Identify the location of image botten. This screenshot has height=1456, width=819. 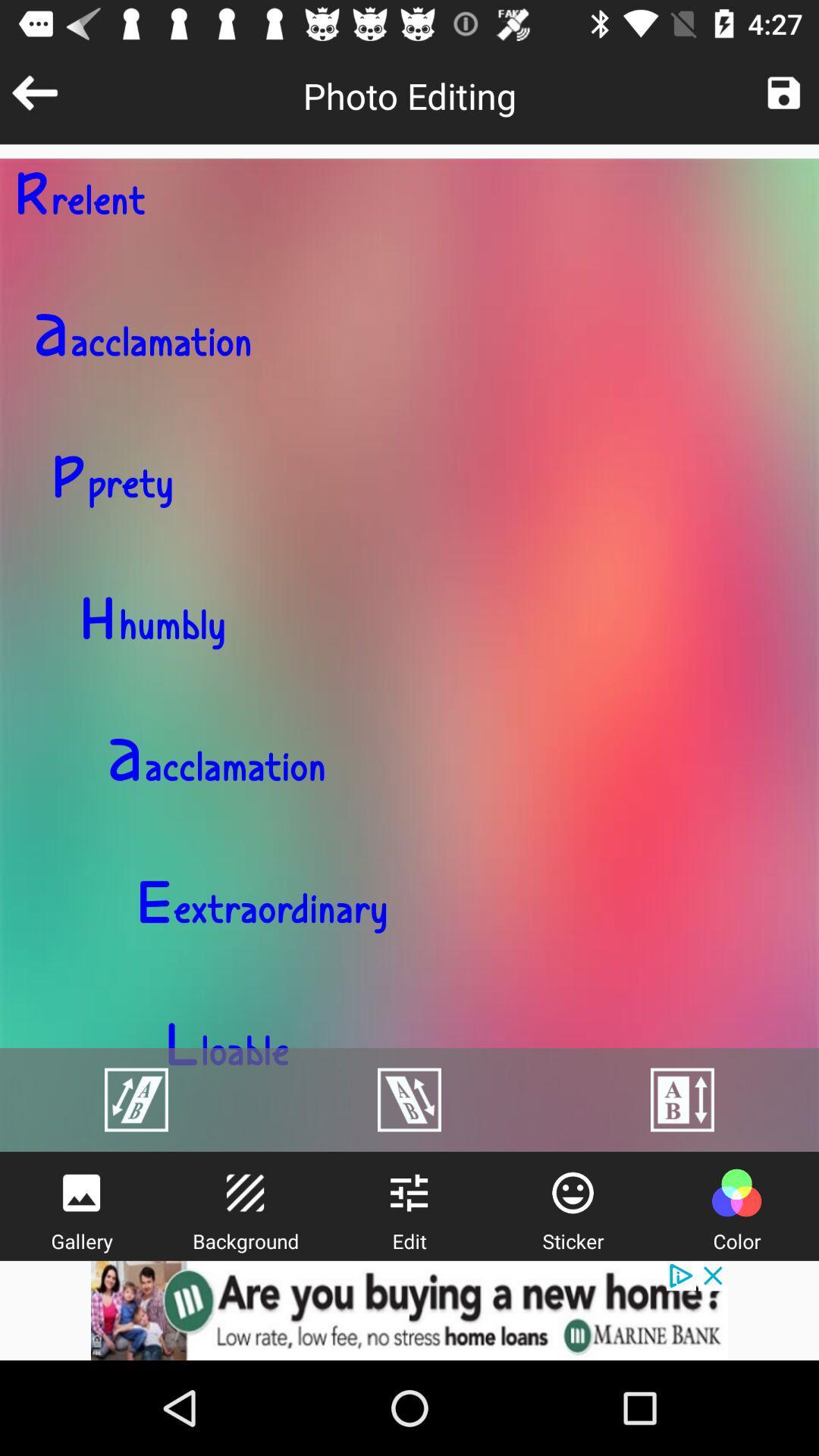
(783, 92).